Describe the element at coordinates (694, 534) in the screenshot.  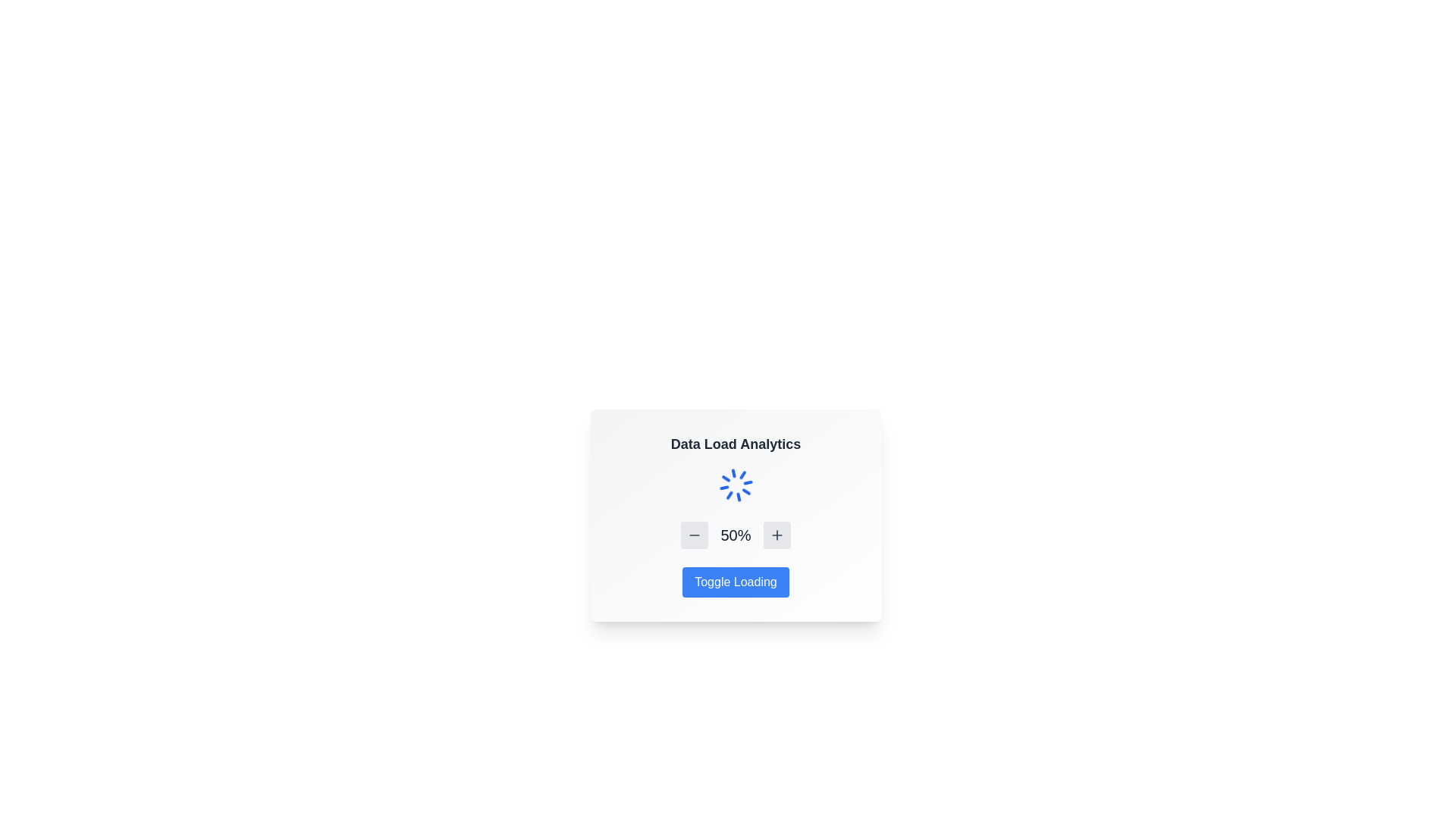
I see `the decrement button` at that location.